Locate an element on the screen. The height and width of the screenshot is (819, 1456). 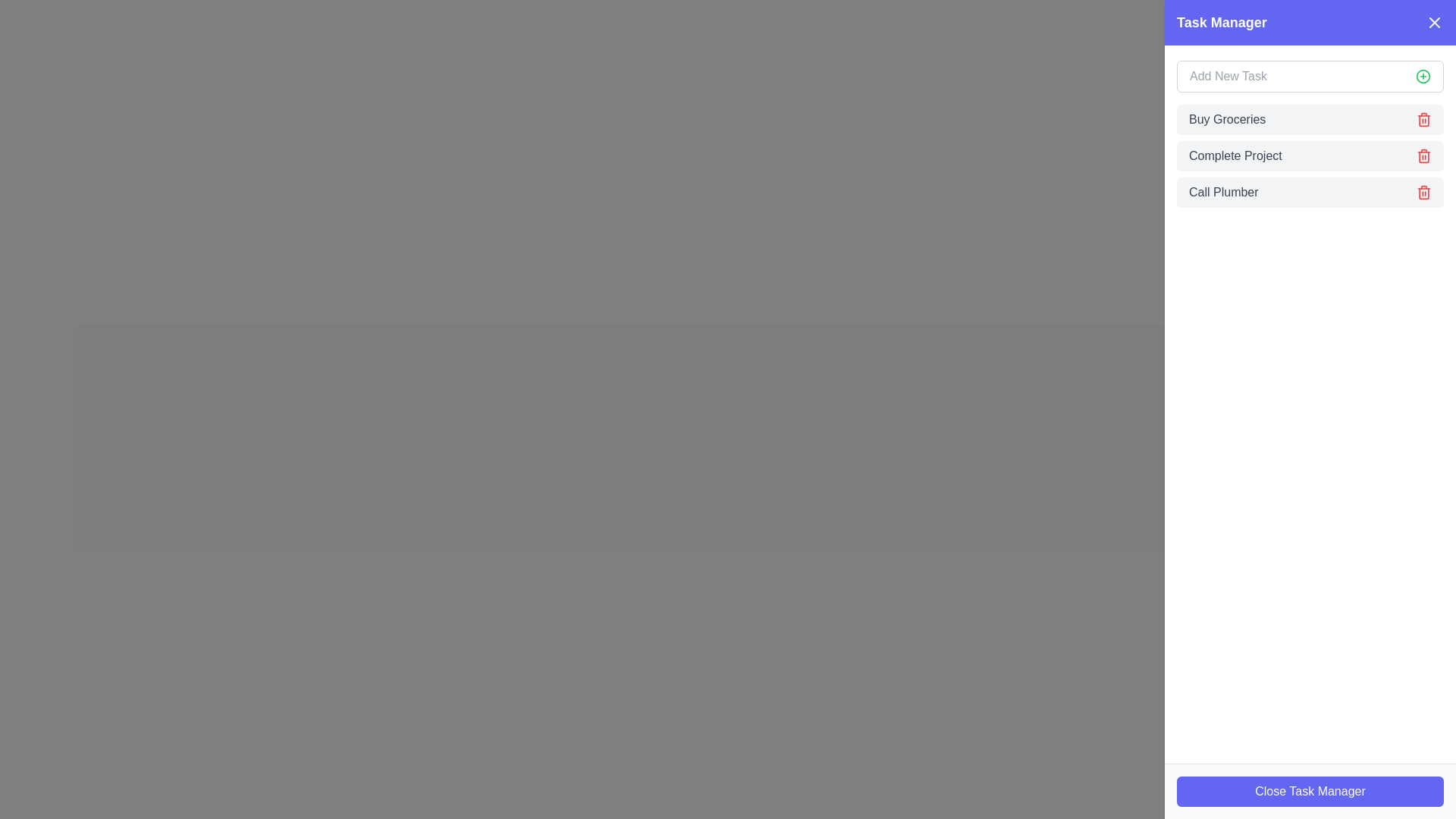
the Close icon located is located at coordinates (1433, 23).